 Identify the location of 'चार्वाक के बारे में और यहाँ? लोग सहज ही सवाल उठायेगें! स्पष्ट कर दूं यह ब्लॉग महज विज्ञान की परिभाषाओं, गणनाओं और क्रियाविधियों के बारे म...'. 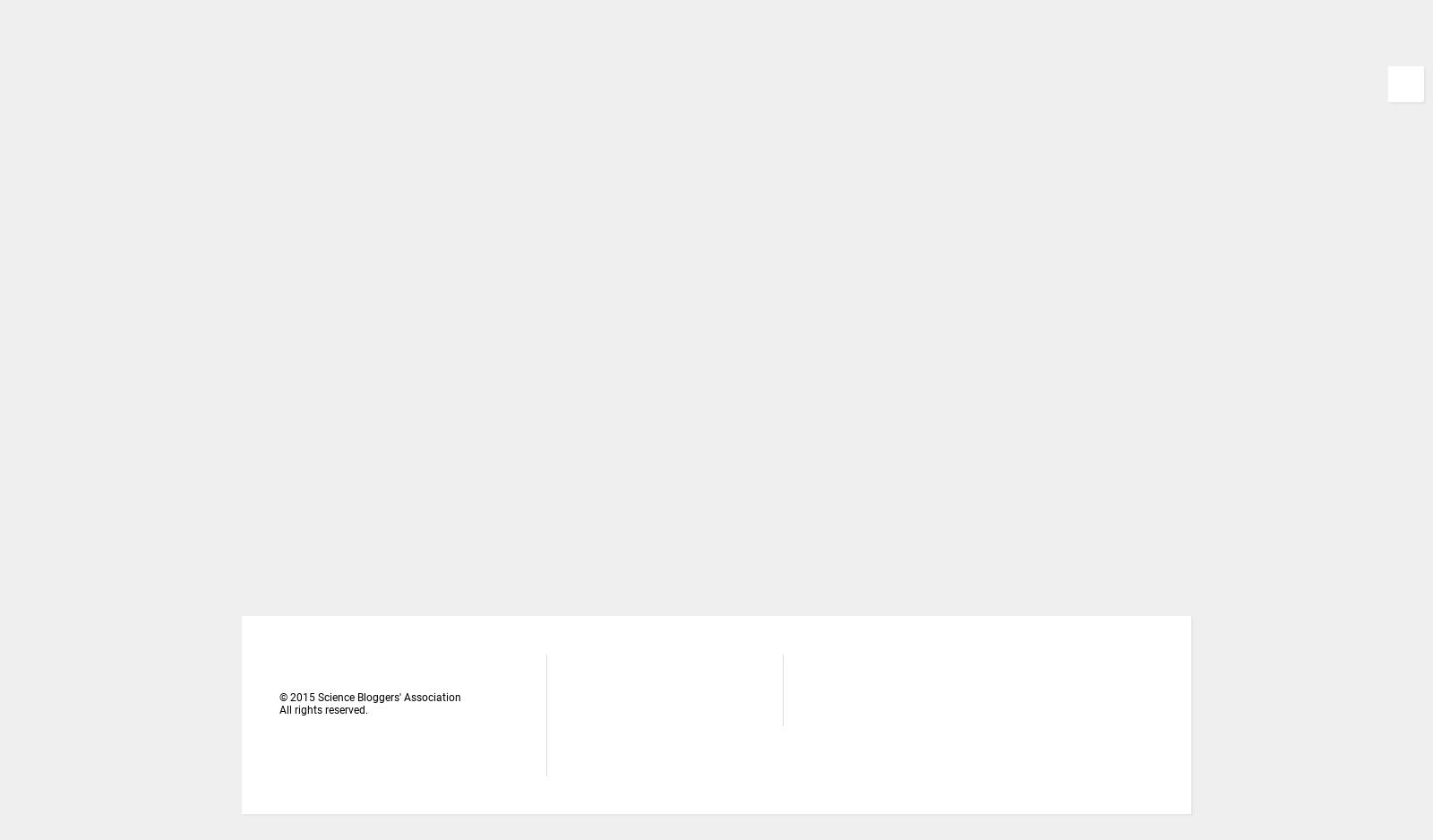
(974, 70).